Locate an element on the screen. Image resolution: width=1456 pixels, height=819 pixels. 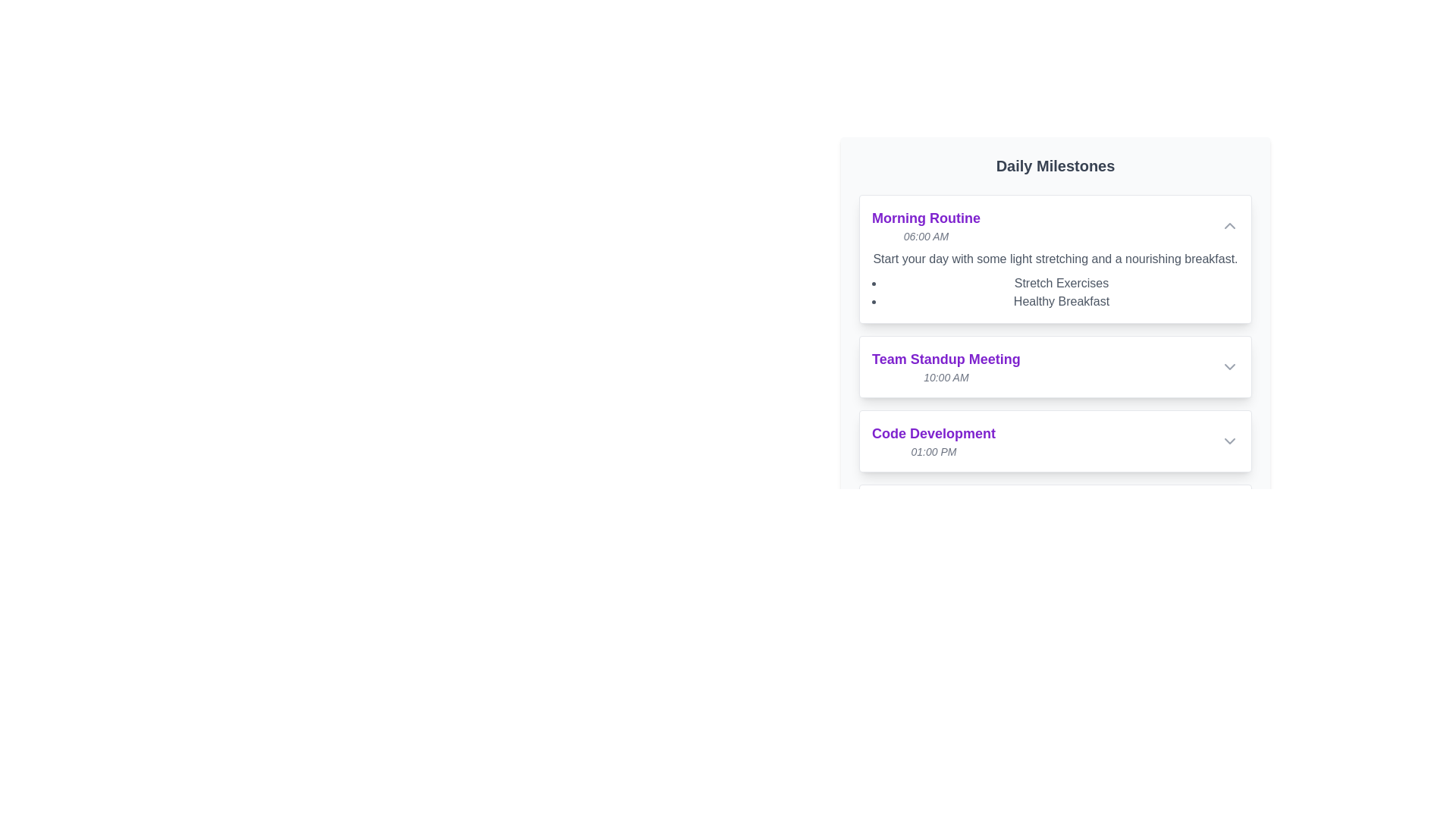
the 'Morning Routine' list item card, which is the first entry in the schedule or task list under the 'Daily Milestones' header is located at coordinates (1055, 259).